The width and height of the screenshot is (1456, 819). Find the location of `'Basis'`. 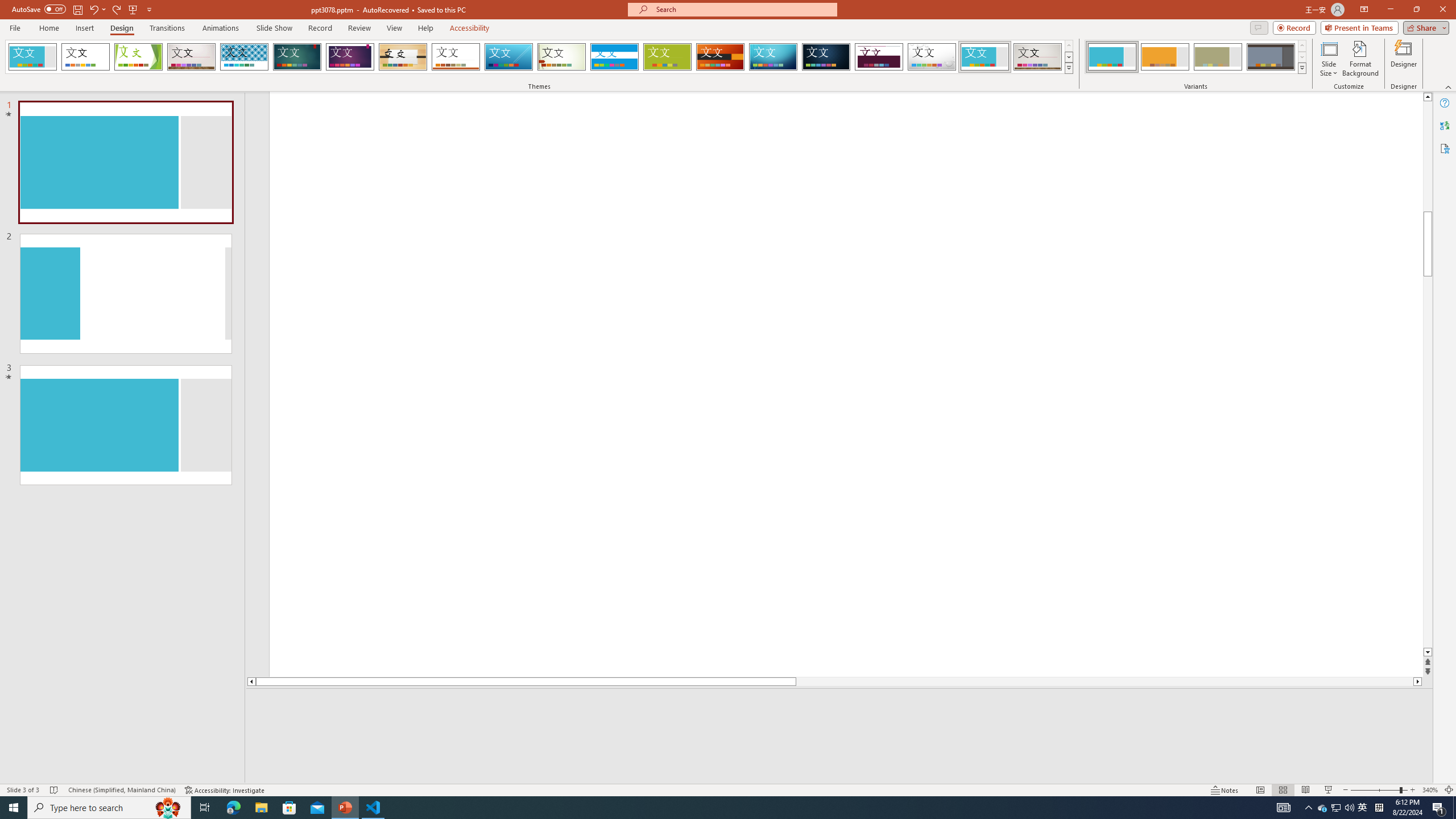

'Basis' is located at coordinates (667, 56).